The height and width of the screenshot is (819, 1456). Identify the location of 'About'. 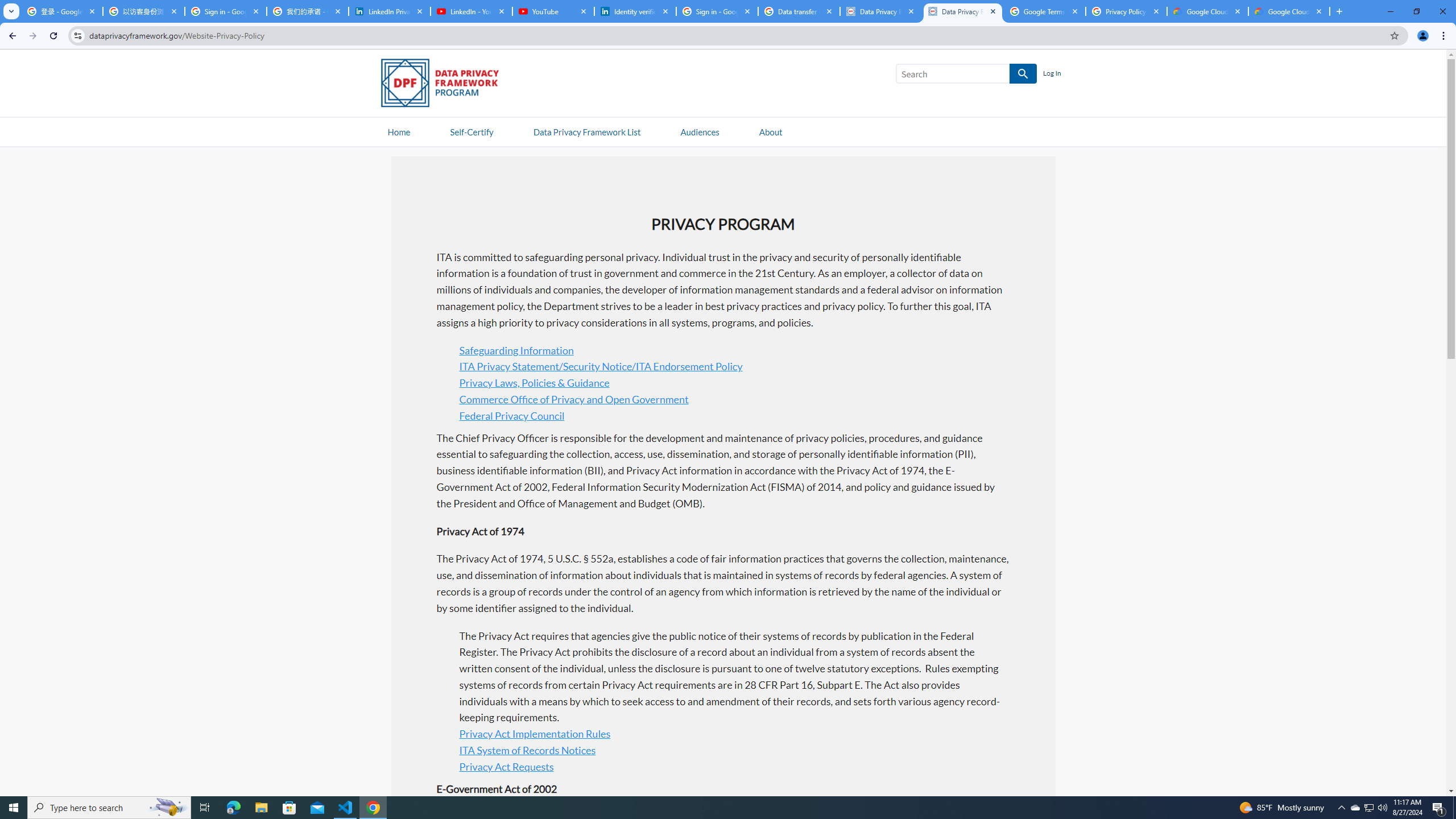
(770, 131).